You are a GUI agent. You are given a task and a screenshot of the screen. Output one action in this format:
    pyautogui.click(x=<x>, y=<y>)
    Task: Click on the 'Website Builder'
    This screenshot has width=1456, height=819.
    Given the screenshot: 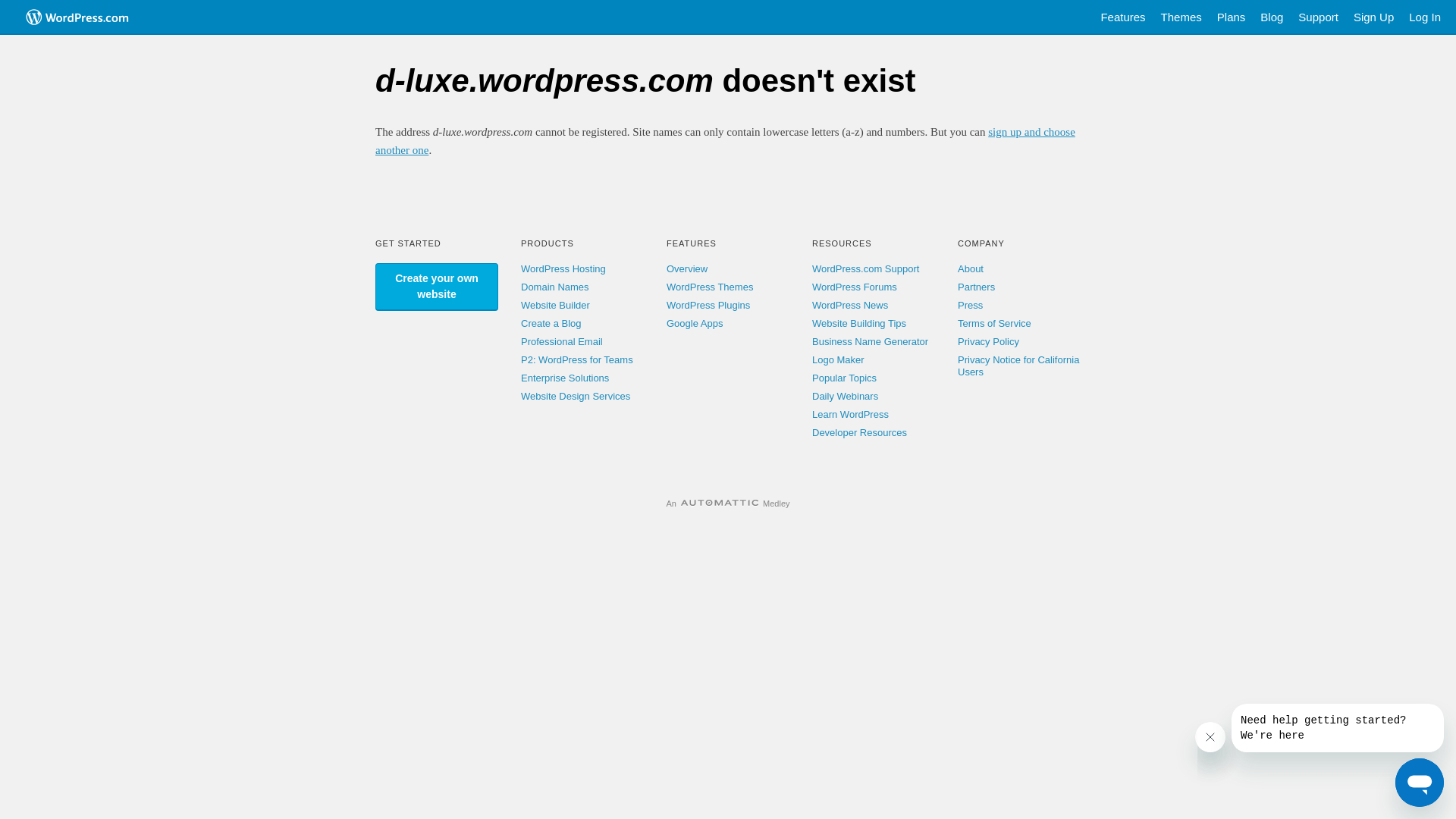 What is the action you would take?
    pyautogui.click(x=554, y=305)
    